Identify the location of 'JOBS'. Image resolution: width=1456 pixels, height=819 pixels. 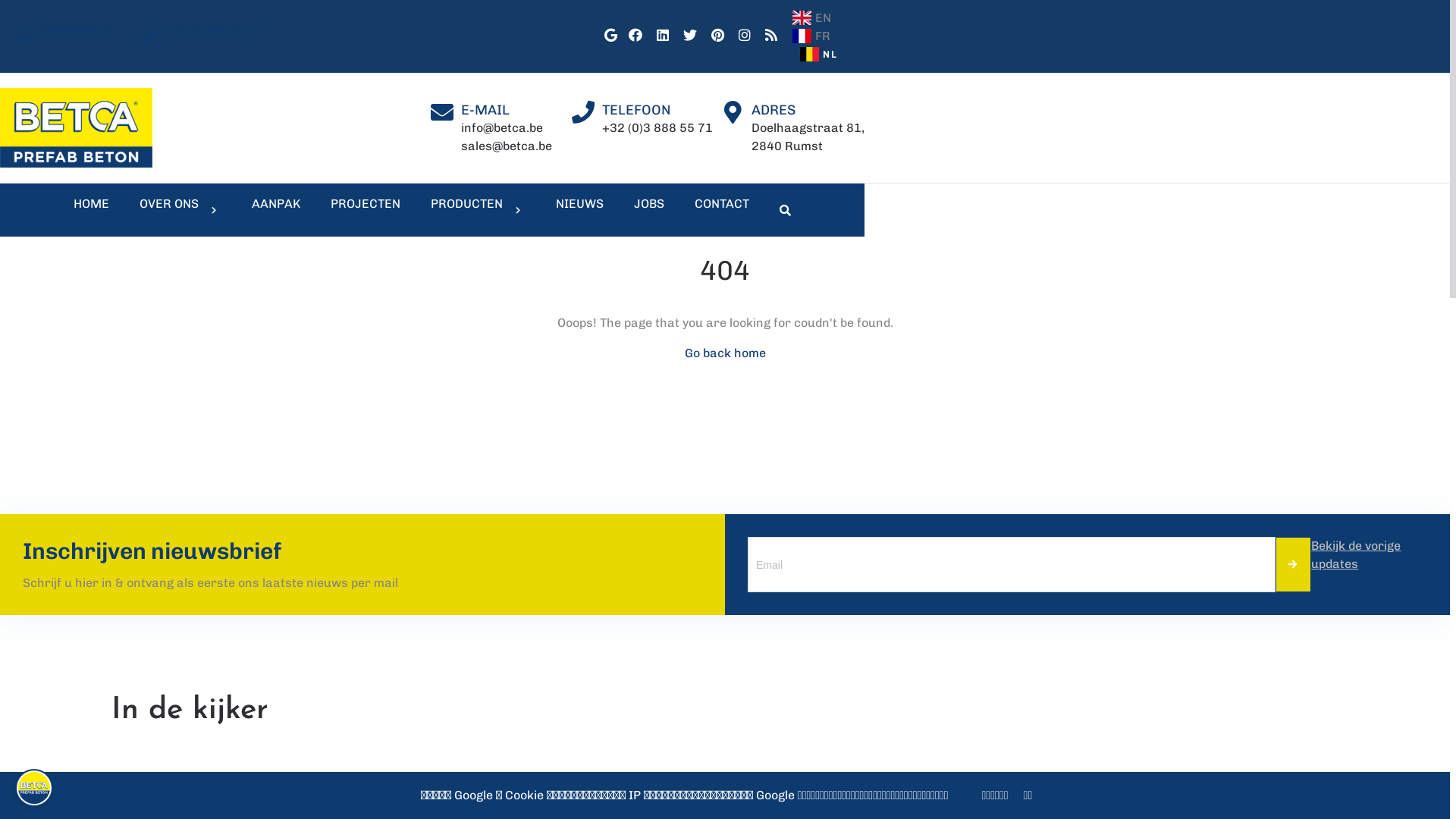
(619, 210).